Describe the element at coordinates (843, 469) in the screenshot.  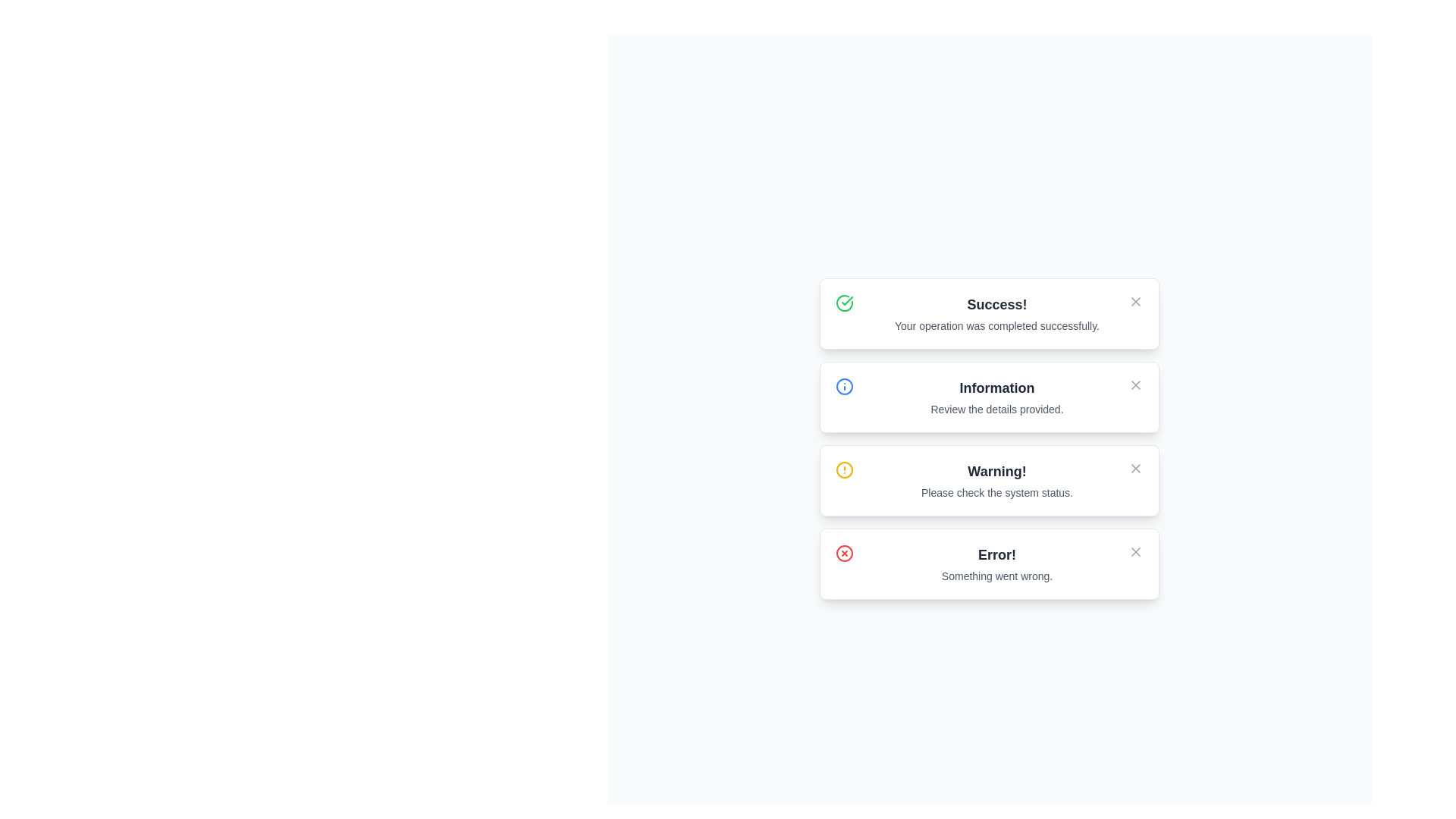
I see `the circular component of the 'Warning!' notification icon, which is the third notification from the top` at that location.